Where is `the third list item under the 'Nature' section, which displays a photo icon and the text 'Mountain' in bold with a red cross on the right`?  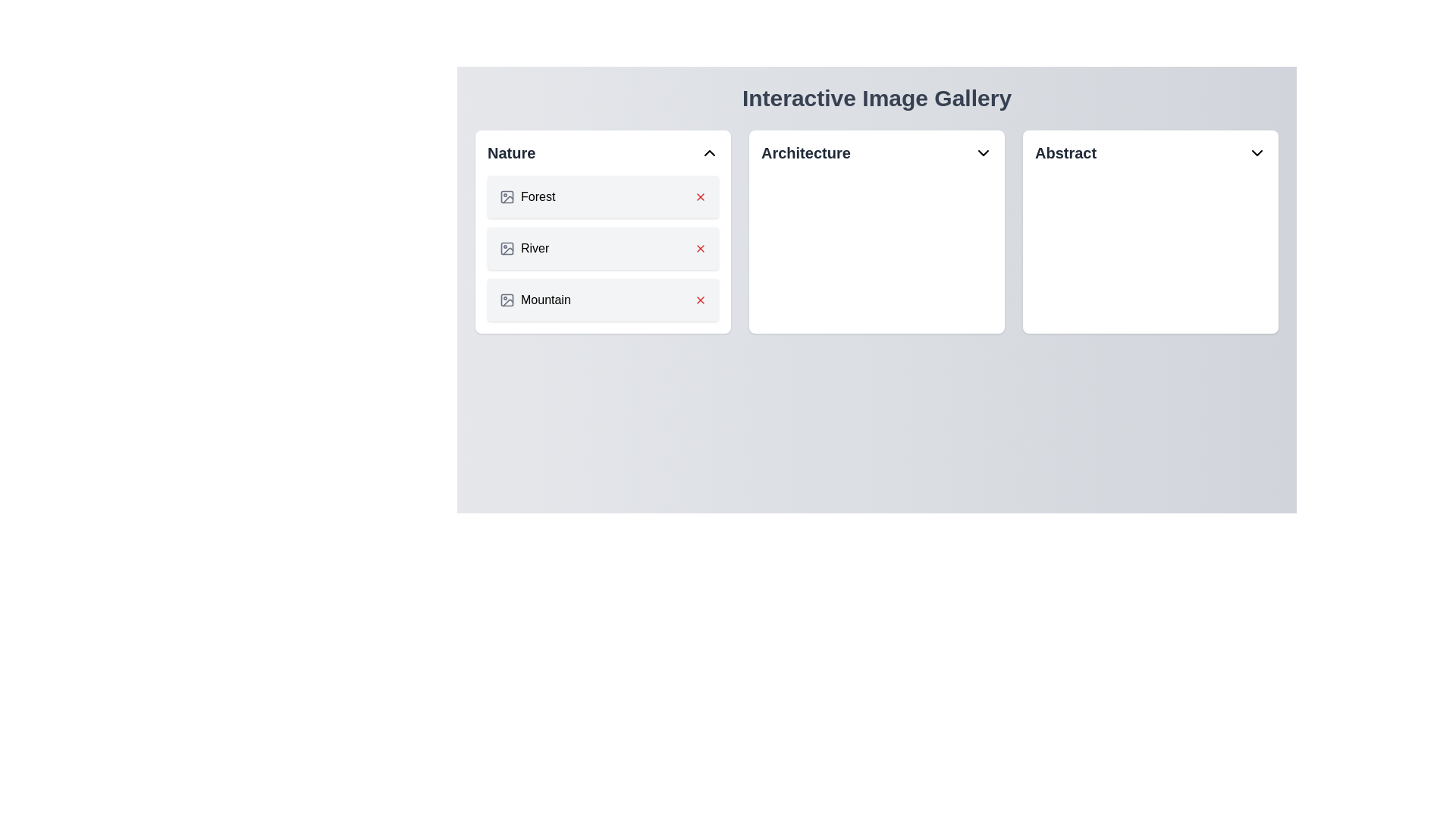
the third list item under the 'Nature' section, which displays a photo icon and the text 'Mountain' in bold with a red cross on the right is located at coordinates (602, 300).